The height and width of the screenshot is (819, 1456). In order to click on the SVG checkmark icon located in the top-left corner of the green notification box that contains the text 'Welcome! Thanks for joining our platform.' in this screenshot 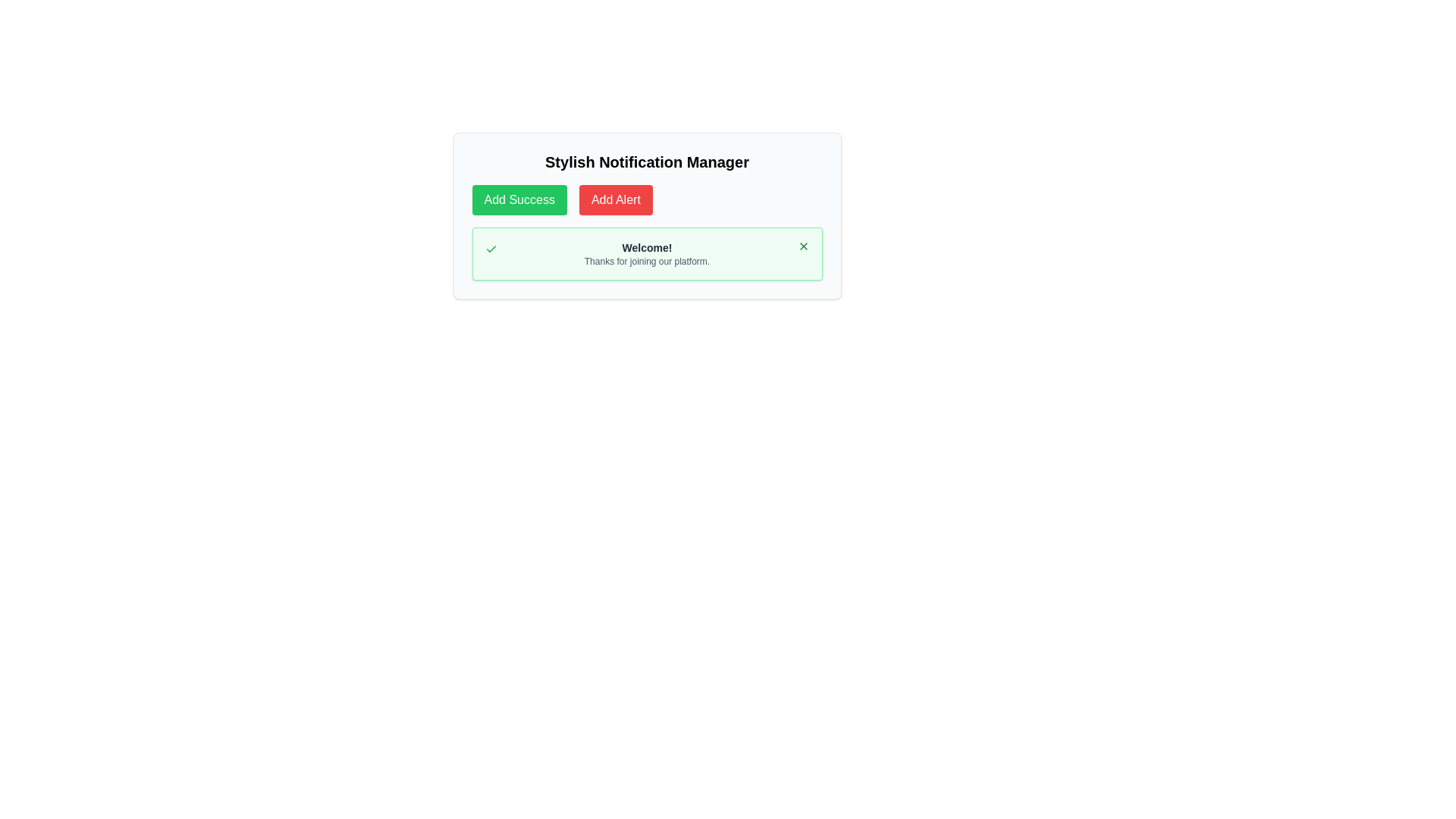, I will do `click(491, 248)`.